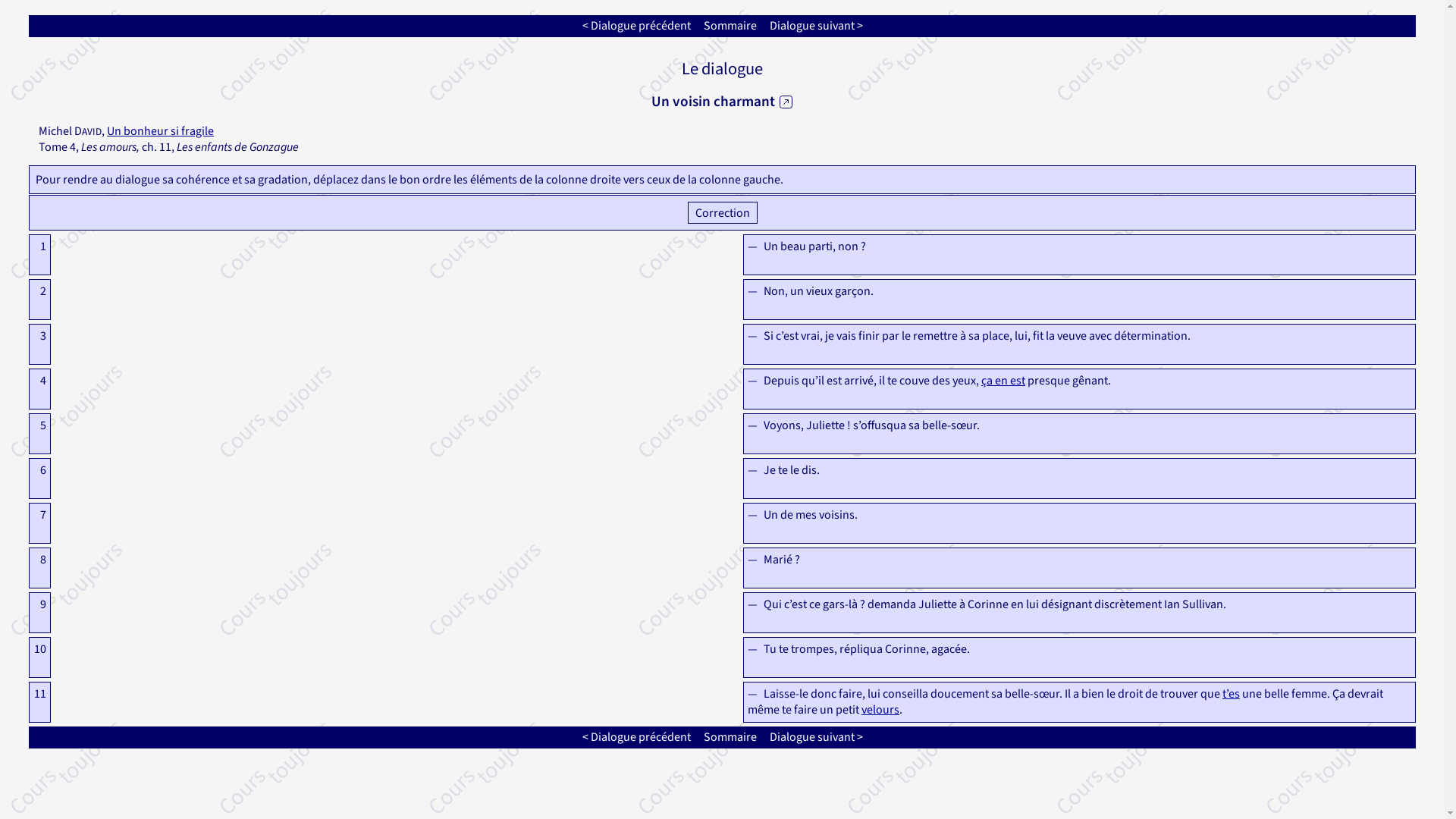 This screenshot has height=819, width=1456. Describe the element at coordinates (720, 212) in the screenshot. I see `' Correction '` at that location.